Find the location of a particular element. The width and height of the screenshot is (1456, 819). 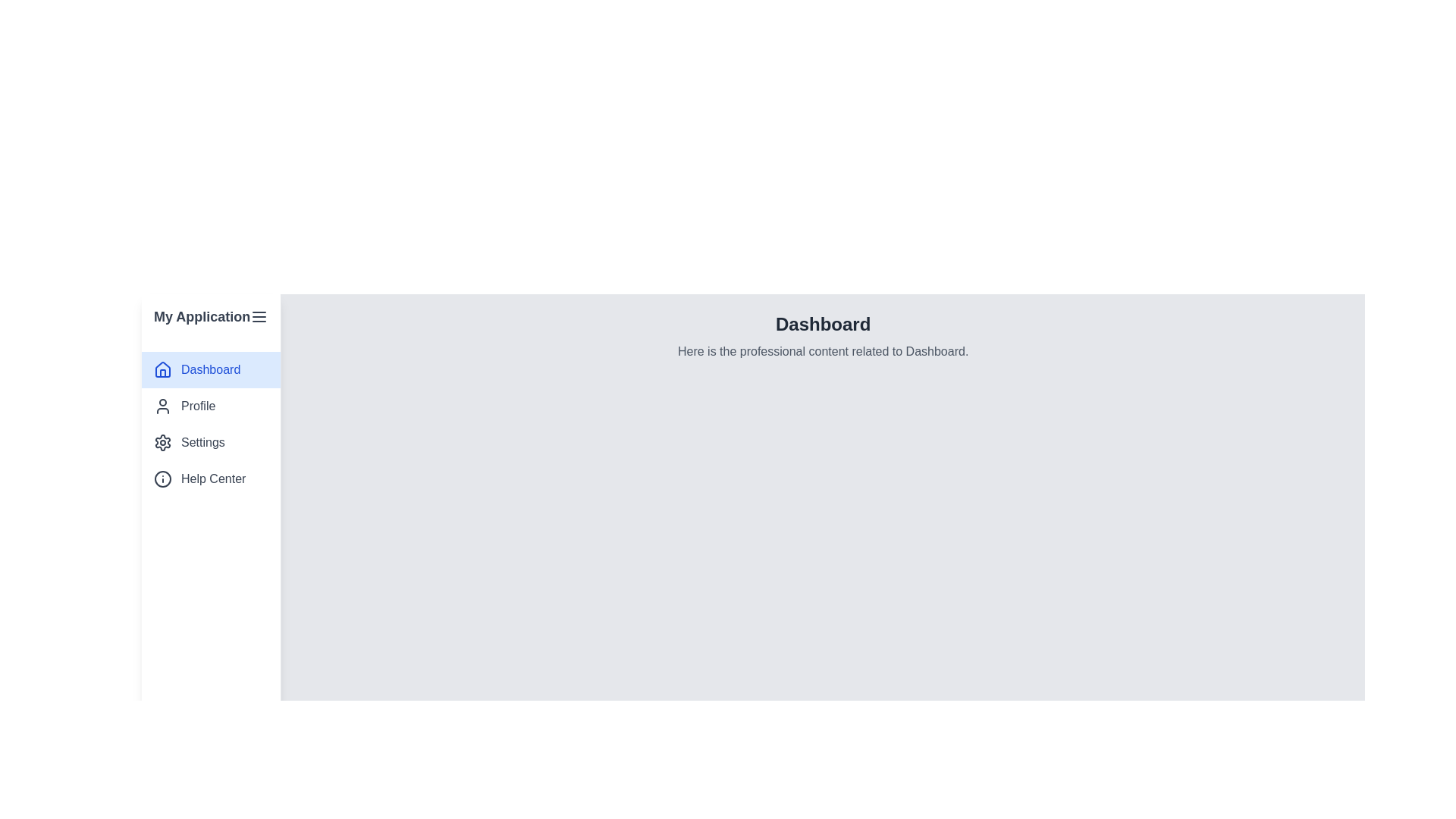

the Header with navigation toggle that contains the text 'My Application' and a menu toggle icon is located at coordinates (210, 315).